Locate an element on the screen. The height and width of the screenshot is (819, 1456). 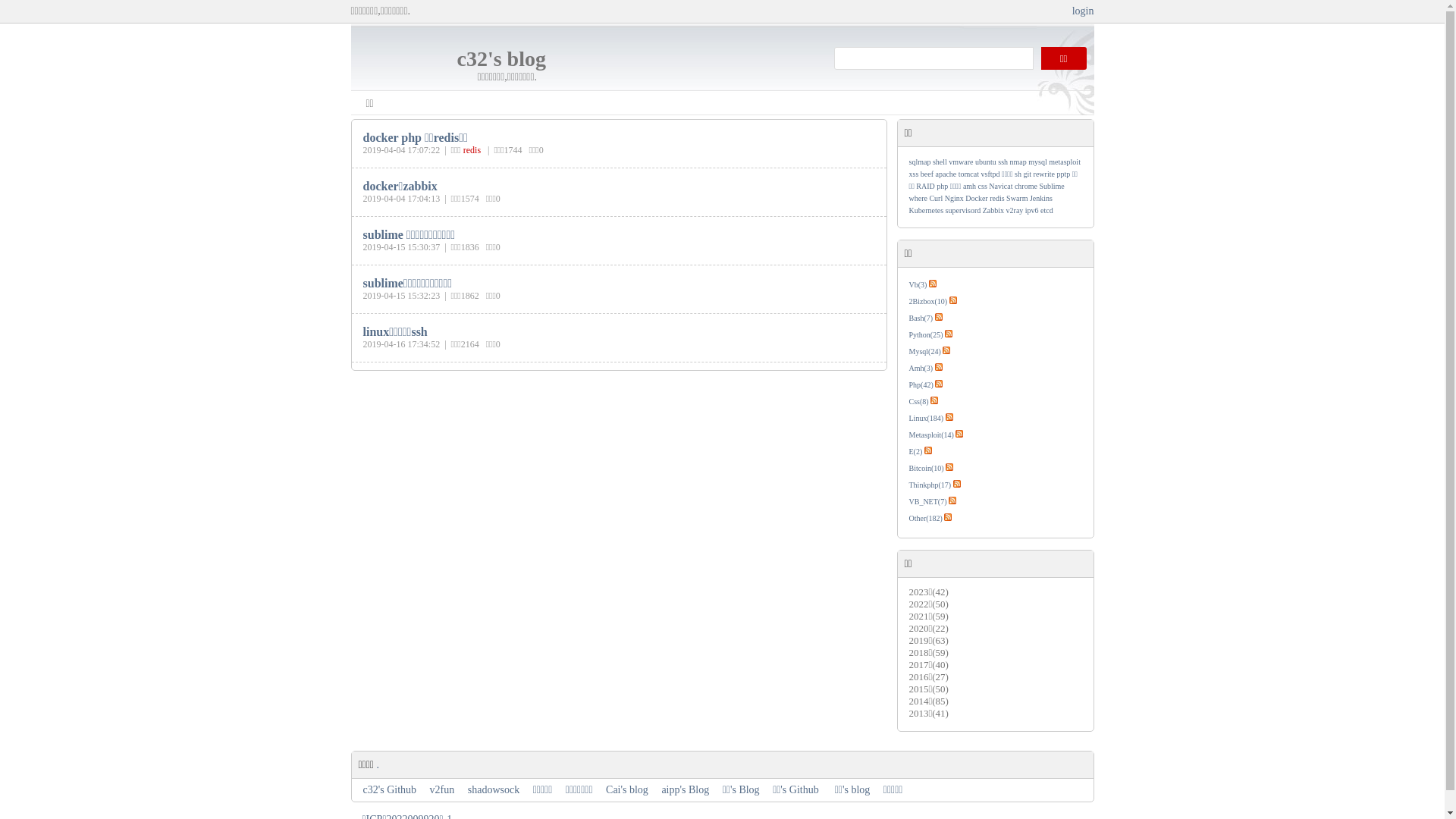
'Bitcoin(10)' is located at coordinates (908, 467).